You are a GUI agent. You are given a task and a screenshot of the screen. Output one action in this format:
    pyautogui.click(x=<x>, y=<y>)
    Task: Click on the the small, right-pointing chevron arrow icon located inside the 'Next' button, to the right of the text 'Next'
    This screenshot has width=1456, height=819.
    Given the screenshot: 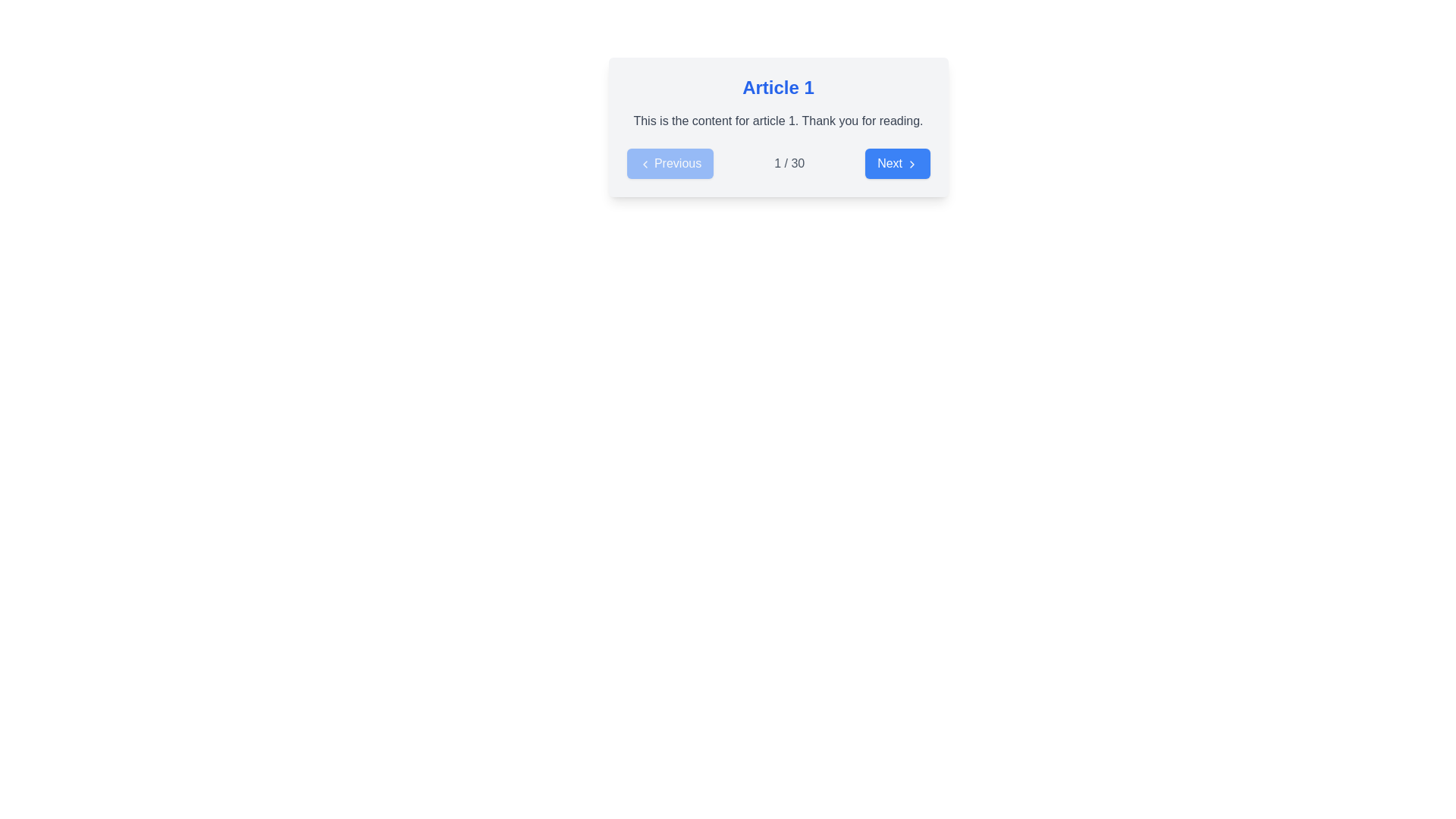 What is the action you would take?
    pyautogui.click(x=911, y=164)
    